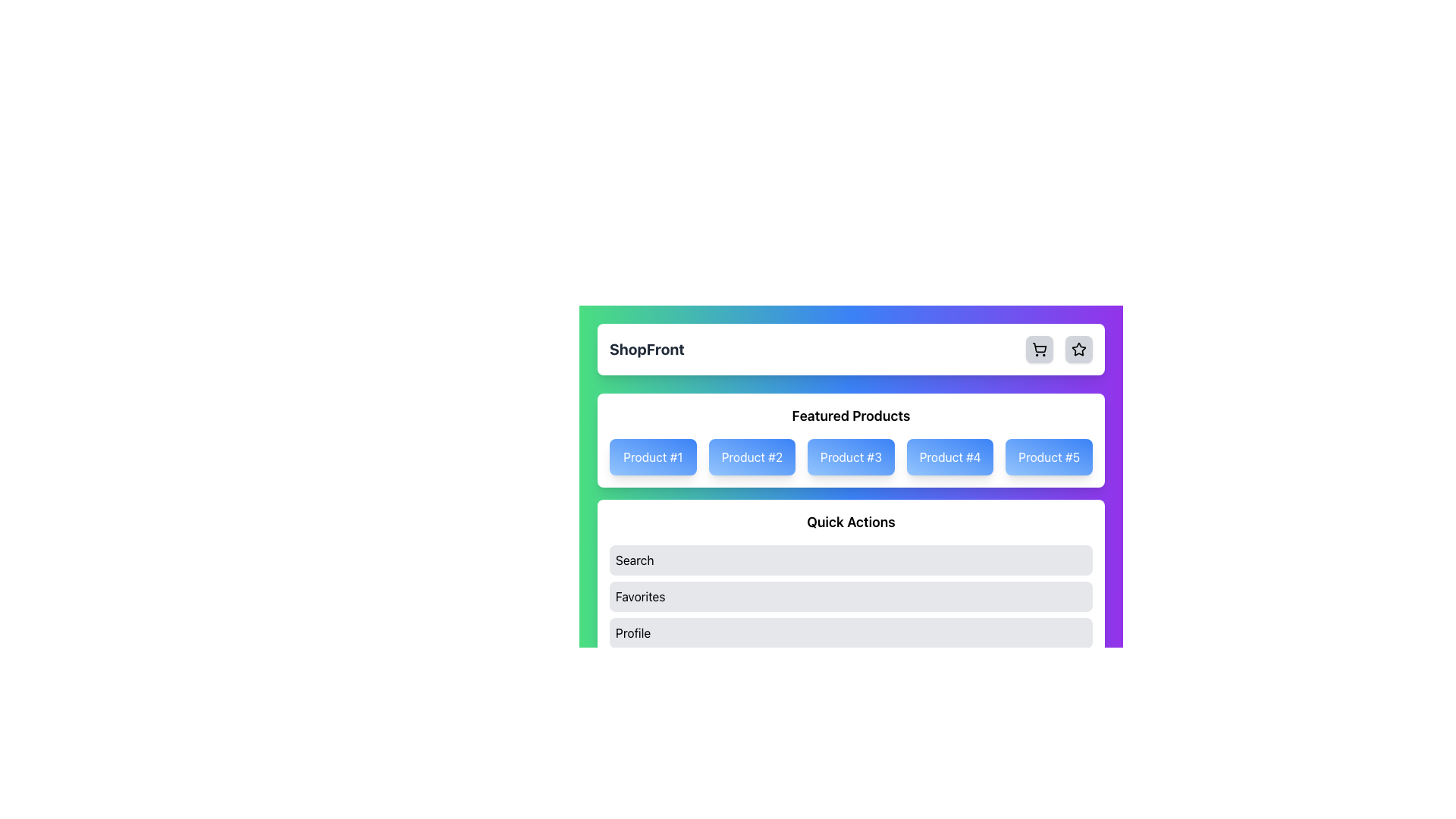 Image resolution: width=1456 pixels, height=819 pixels. I want to click on the static text label reading 'Featured Products' which is styled with a bold font and positioned above the product cards, so click(851, 416).